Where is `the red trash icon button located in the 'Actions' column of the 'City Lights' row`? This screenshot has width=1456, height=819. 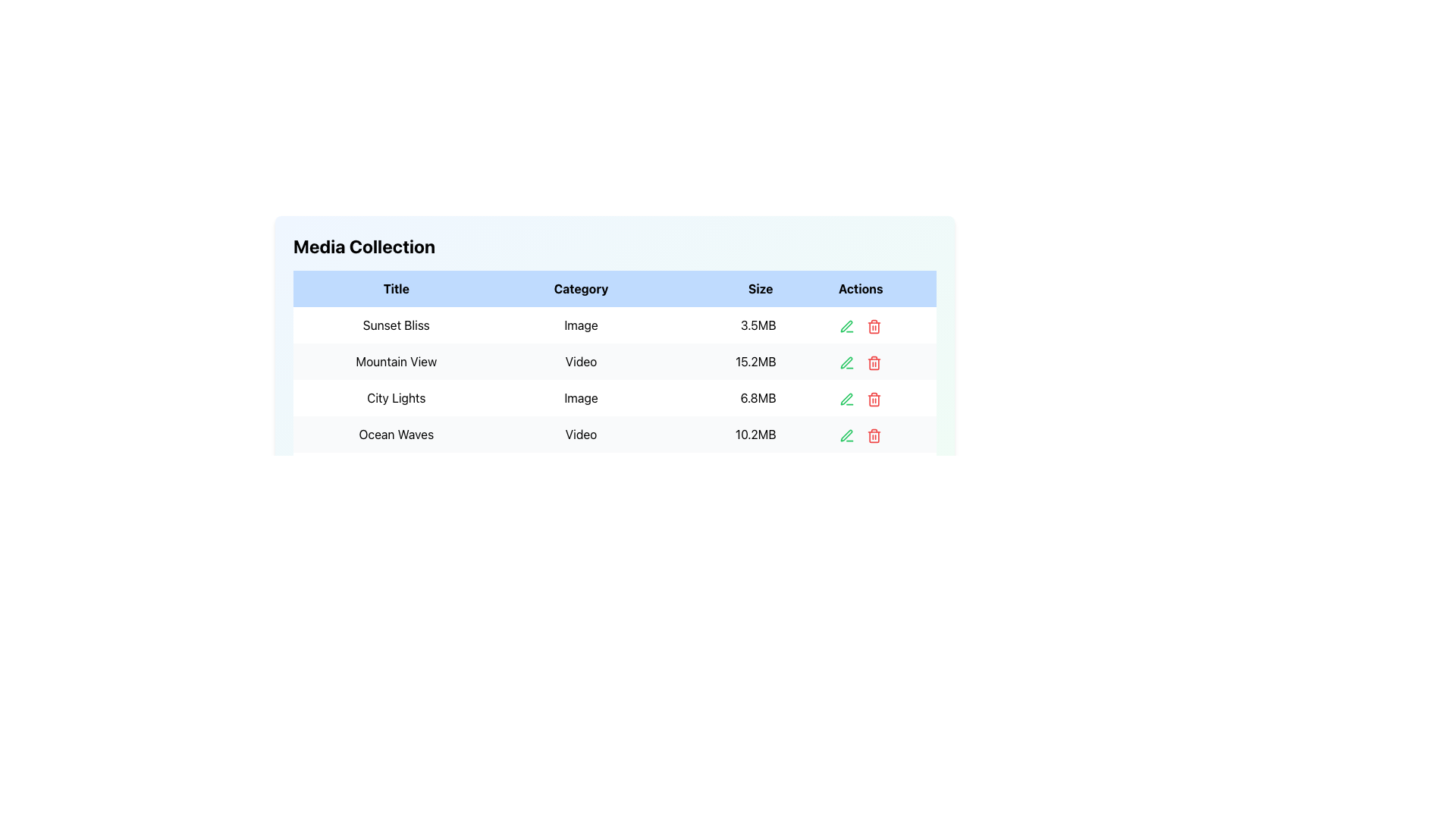 the red trash icon button located in the 'Actions' column of the 'City Lights' row is located at coordinates (874, 397).